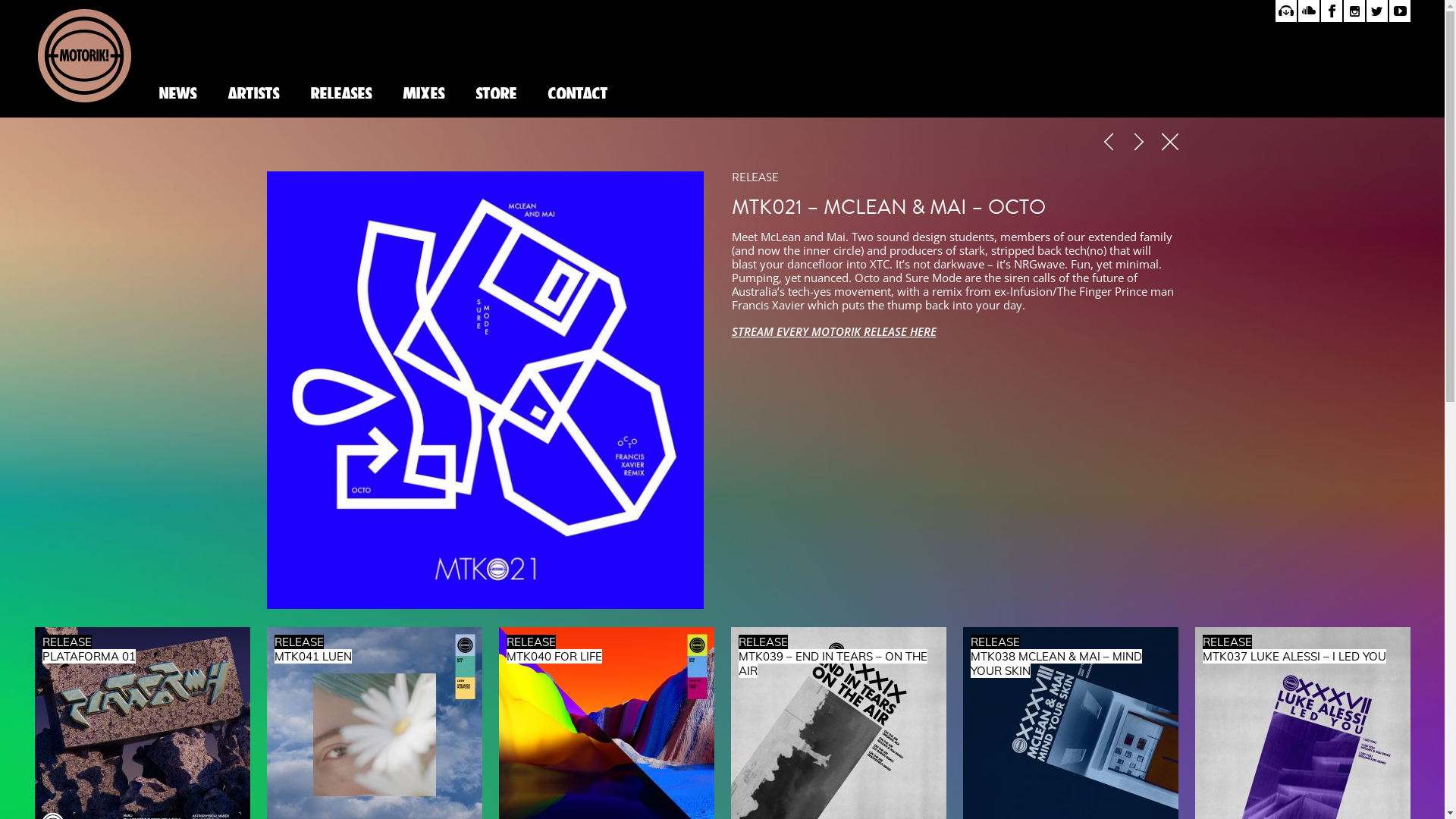 The image size is (1456, 819). I want to click on 'instagram', so click(1343, 11).